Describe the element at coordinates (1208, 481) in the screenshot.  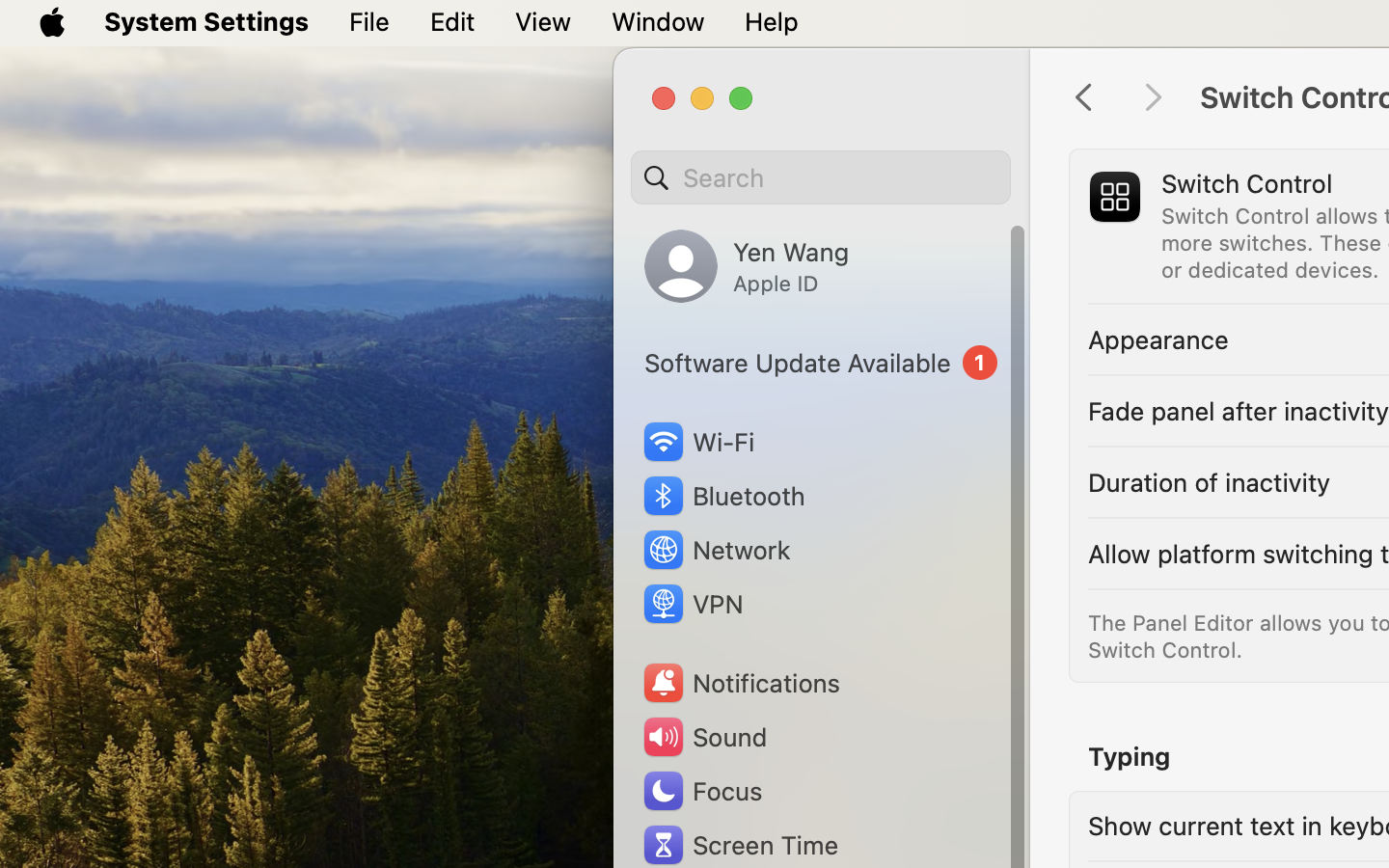
I see `'Duration of inactivity'` at that location.